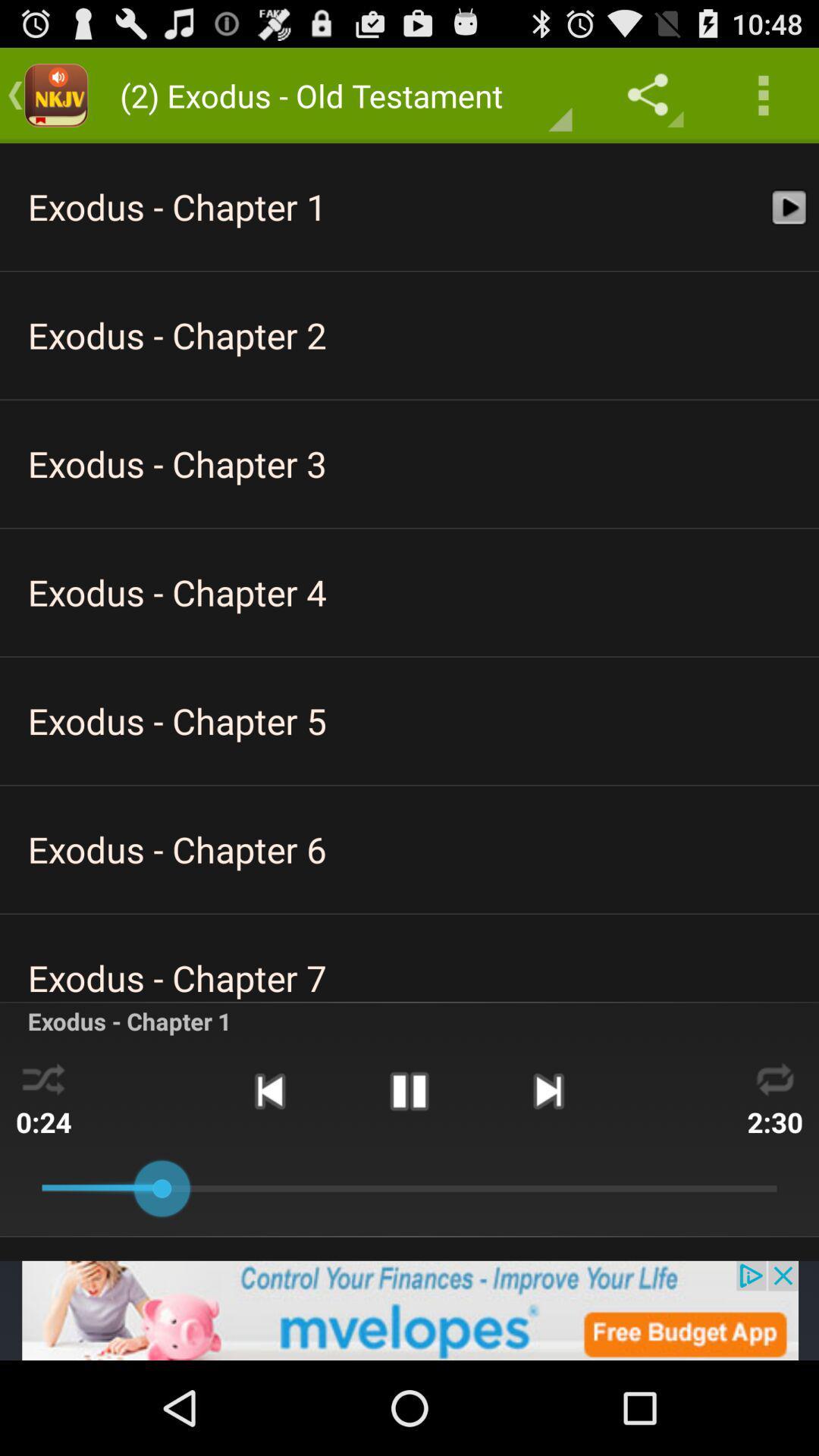 The image size is (819, 1456). Describe the element at coordinates (268, 1166) in the screenshot. I see `the skip_previous icon` at that location.